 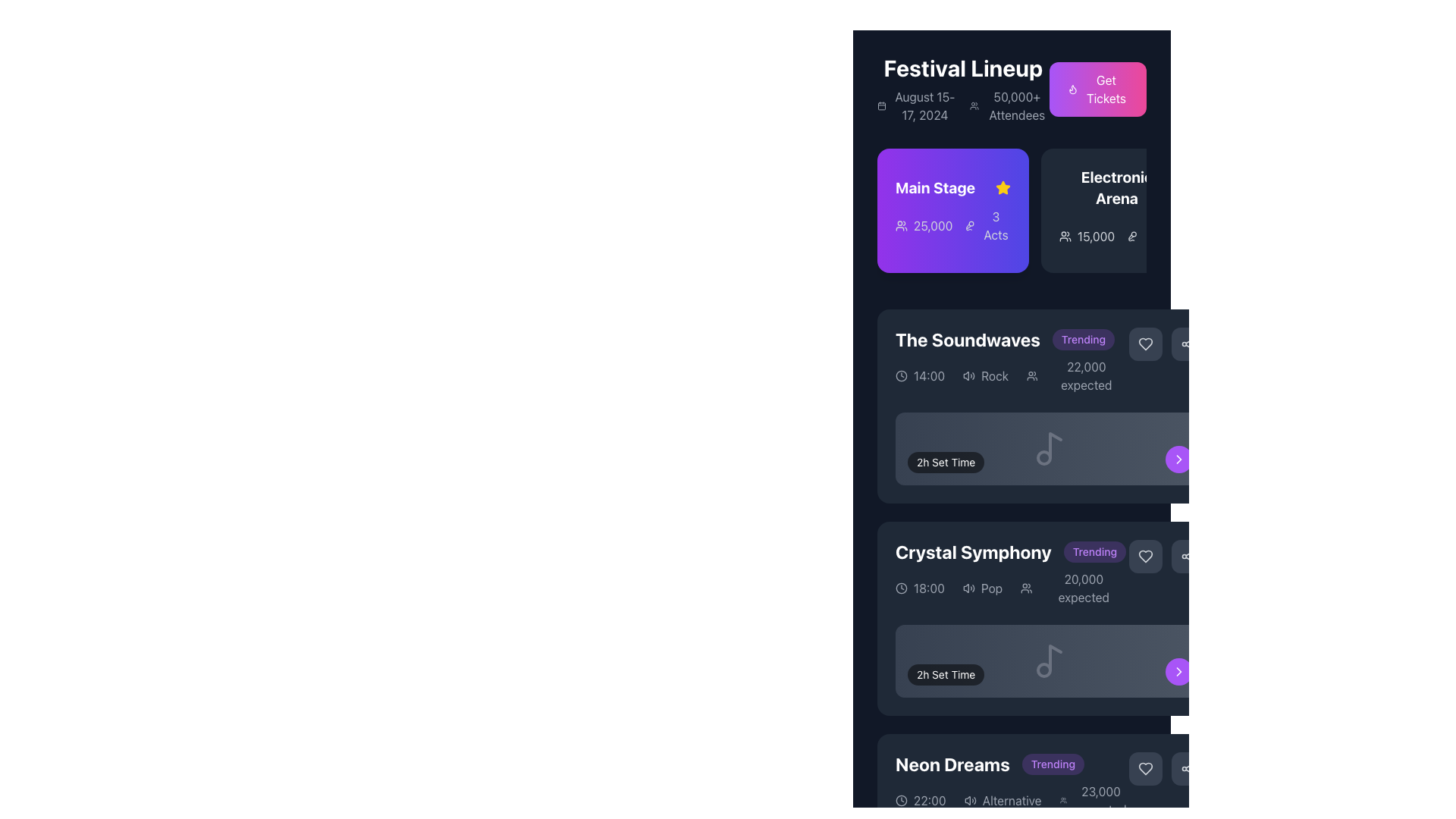 I want to click on the SVG Icon representing the attendee count, so click(x=1031, y=375).